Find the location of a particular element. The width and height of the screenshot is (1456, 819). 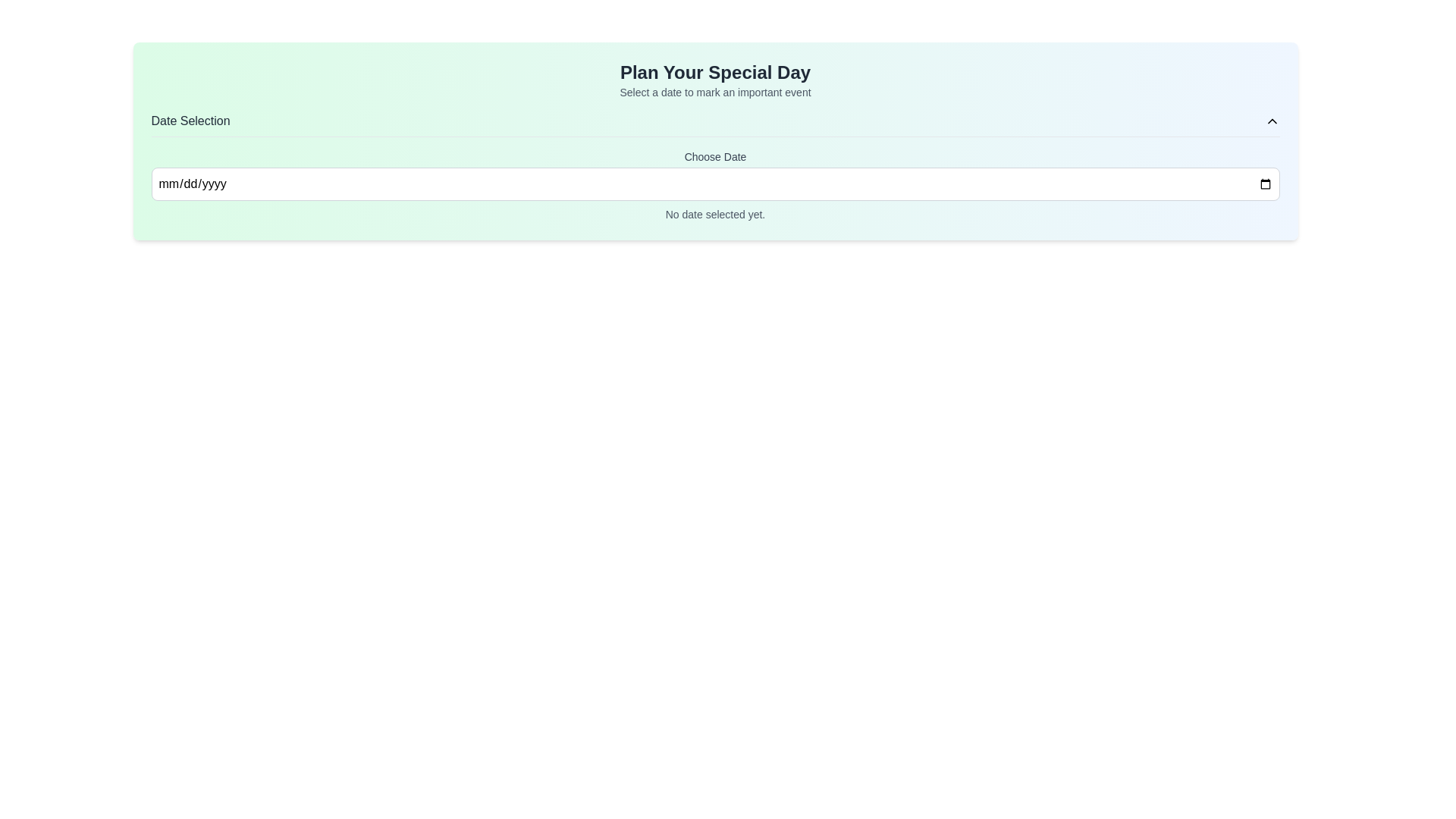

the interactive control button located on the far-right side of the 'Date Selection' header is located at coordinates (1272, 120).